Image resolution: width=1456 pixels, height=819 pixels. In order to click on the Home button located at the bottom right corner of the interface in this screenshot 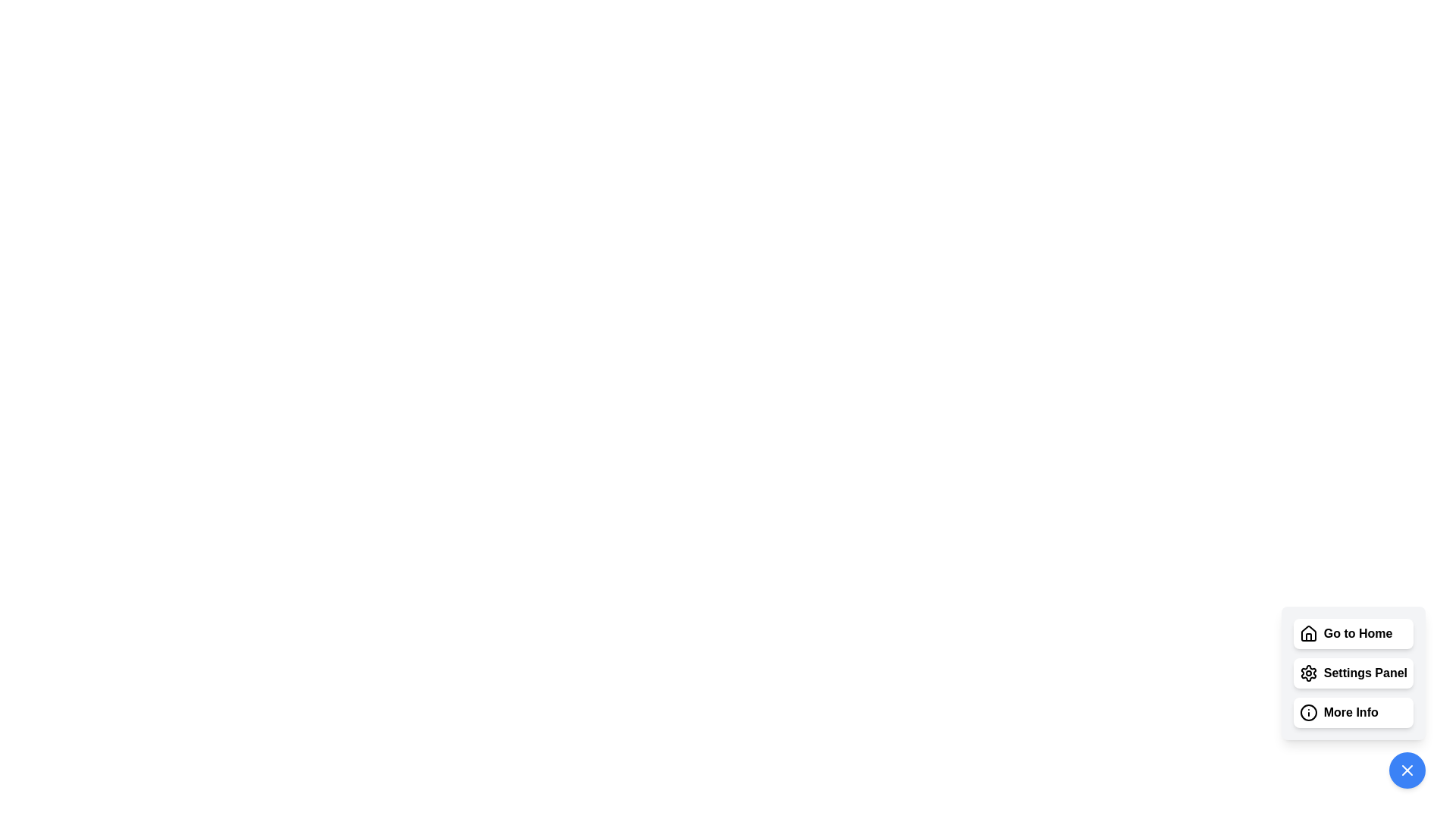, I will do `click(1353, 634)`.